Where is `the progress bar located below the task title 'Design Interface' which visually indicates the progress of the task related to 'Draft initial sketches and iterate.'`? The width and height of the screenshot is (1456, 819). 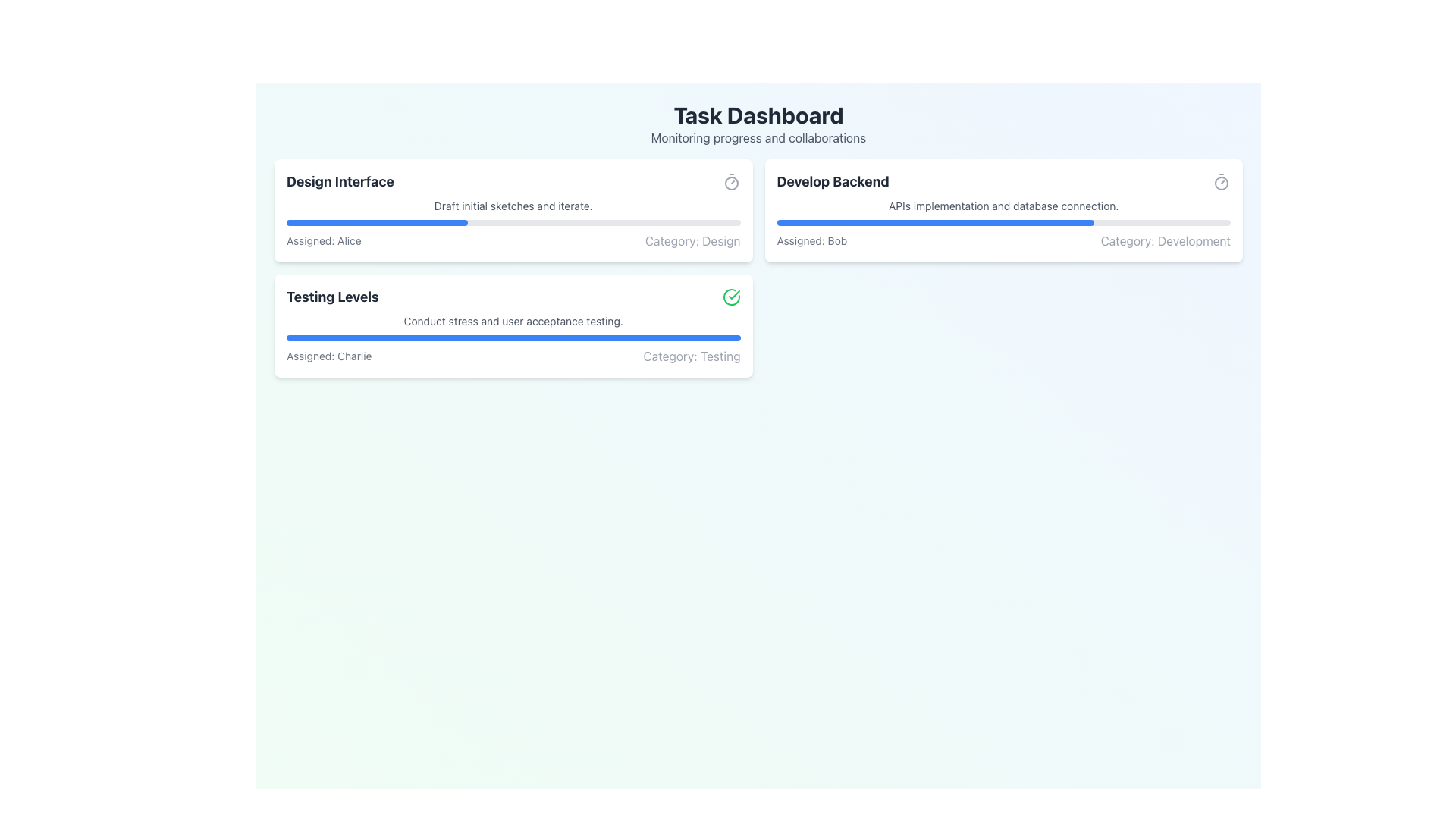
the progress bar located below the task title 'Design Interface' which visually indicates the progress of the task related to 'Draft initial sketches and iterate.' is located at coordinates (513, 222).